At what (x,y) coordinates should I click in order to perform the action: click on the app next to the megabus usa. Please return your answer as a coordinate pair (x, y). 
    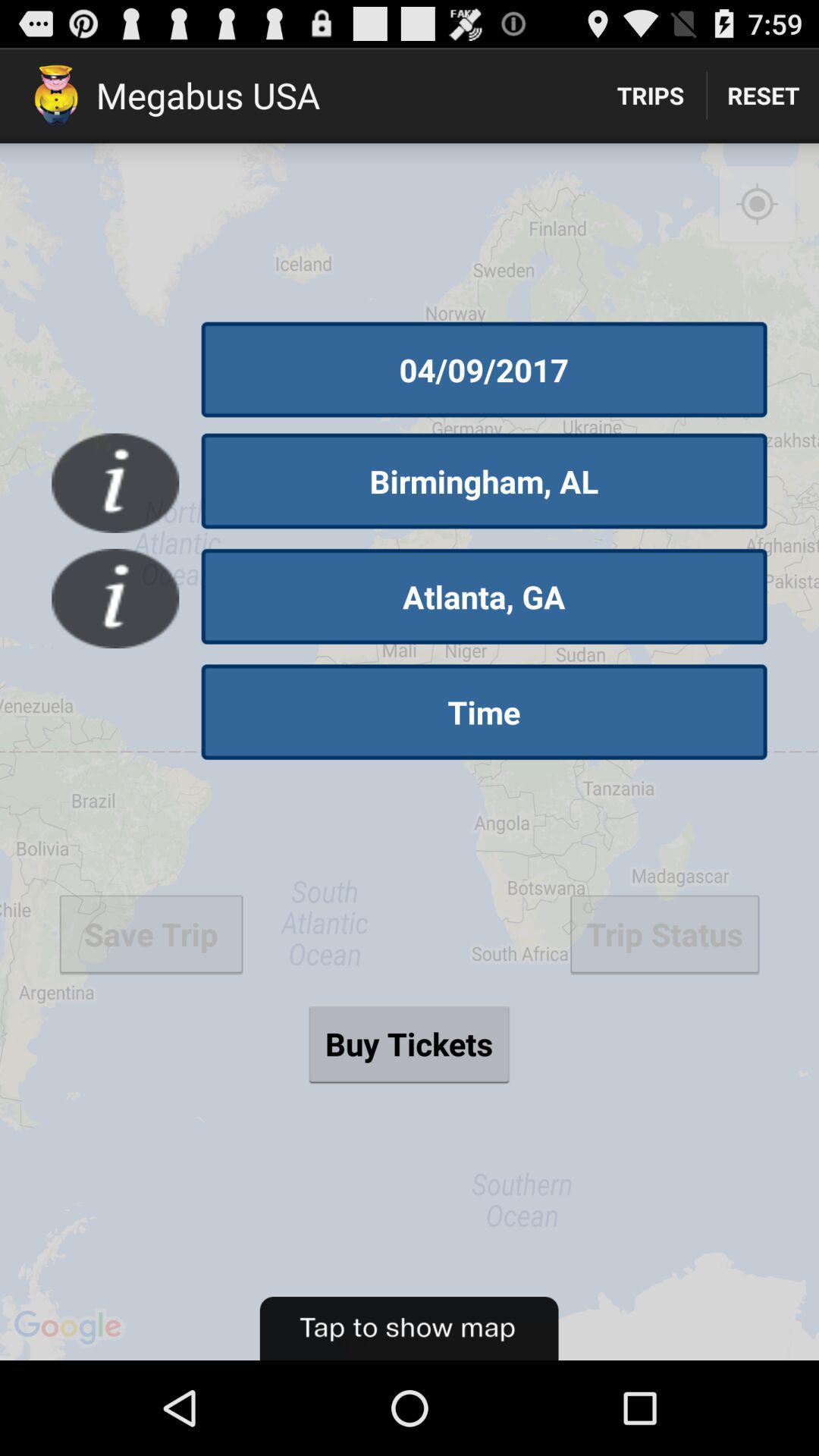
    Looking at the image, I should click on (649, 94).